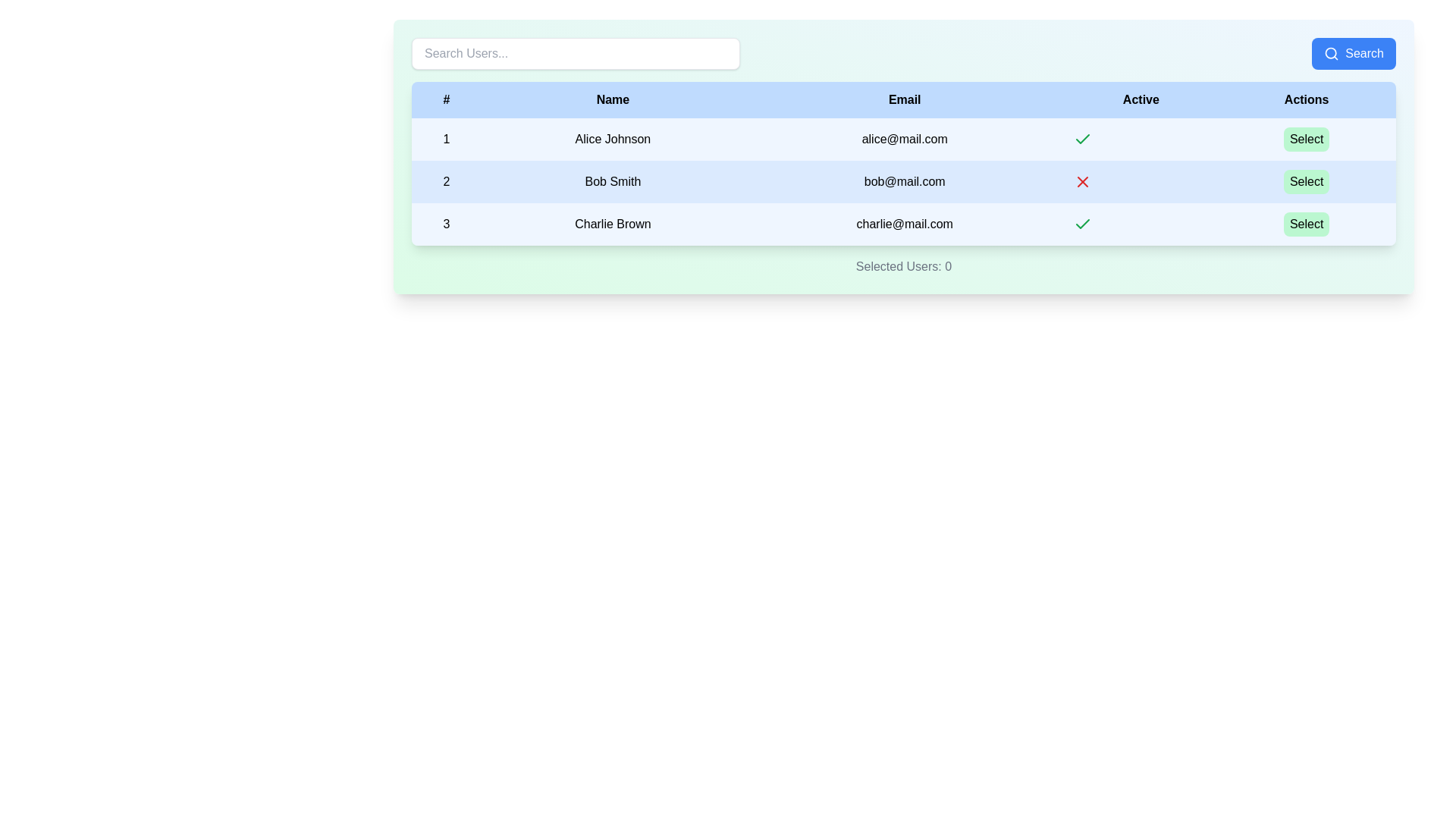 The height and width of the screenshot is (819, 1456). Describe the element at coordinates (1306, 140) in the screenshot. I see `the button in the 'Actions' column of the first row that corresponds to the entry 'Alice Johnson'` at that location.